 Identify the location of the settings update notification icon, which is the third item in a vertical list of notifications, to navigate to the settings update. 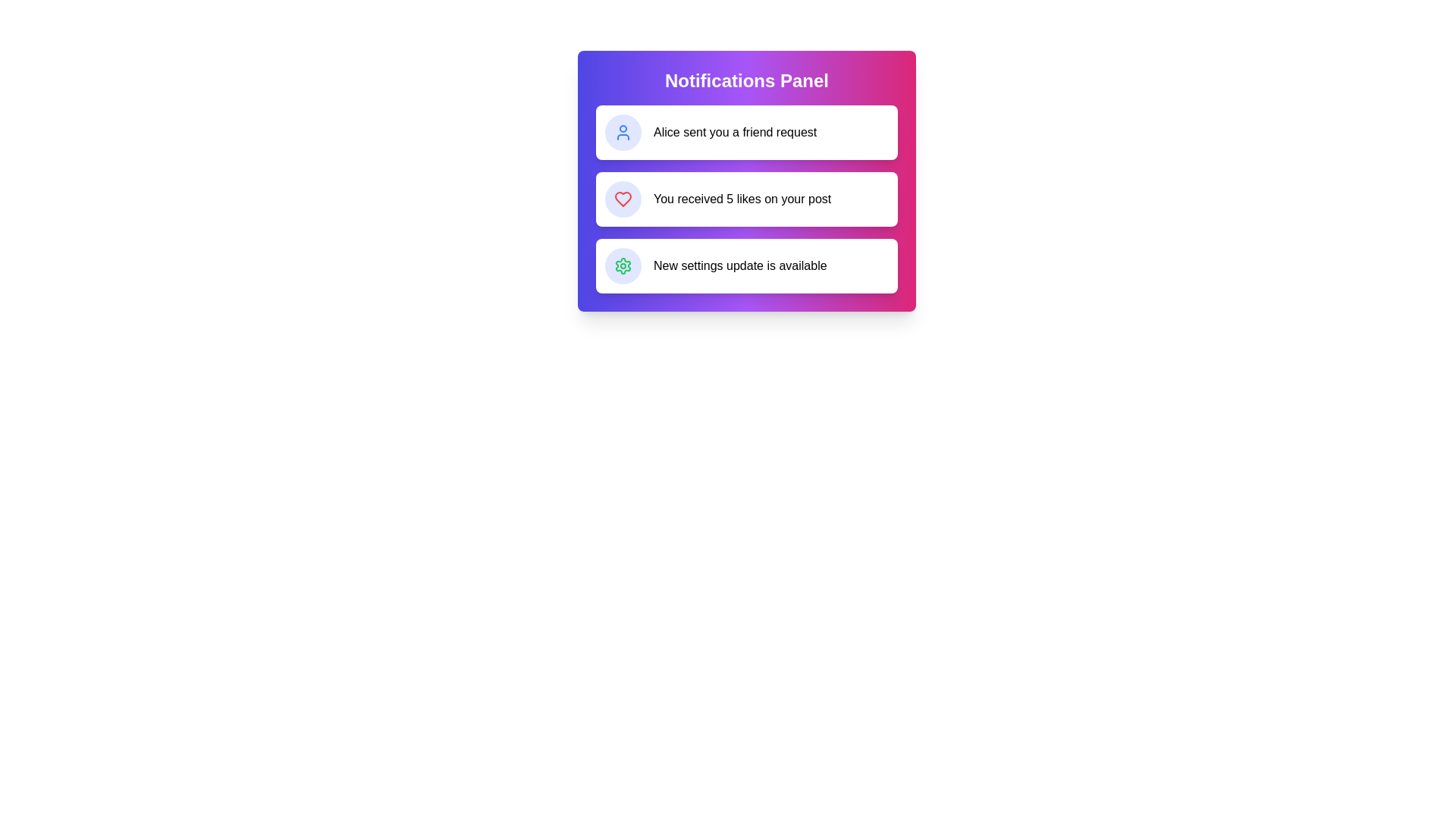
(623, 265).